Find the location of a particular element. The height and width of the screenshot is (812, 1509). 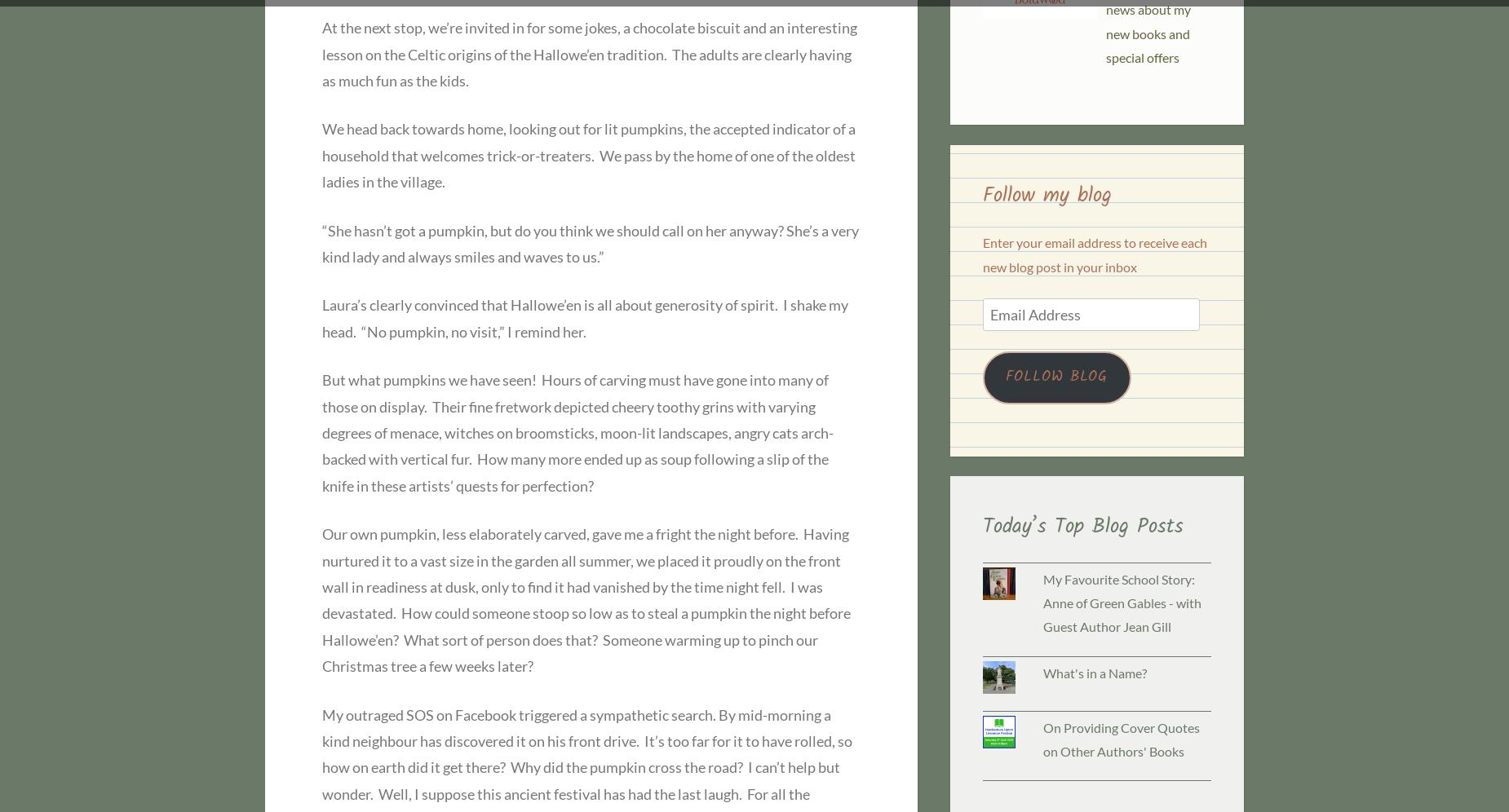

'At the next stop, we’re invited in for some jokes, a chocolate biscuit and an interesting lesson on the Celtic origins of the Hallowe’en tradition.  The adults are clearly having as much fun as the kids.' is located at coordinates (589, 53).